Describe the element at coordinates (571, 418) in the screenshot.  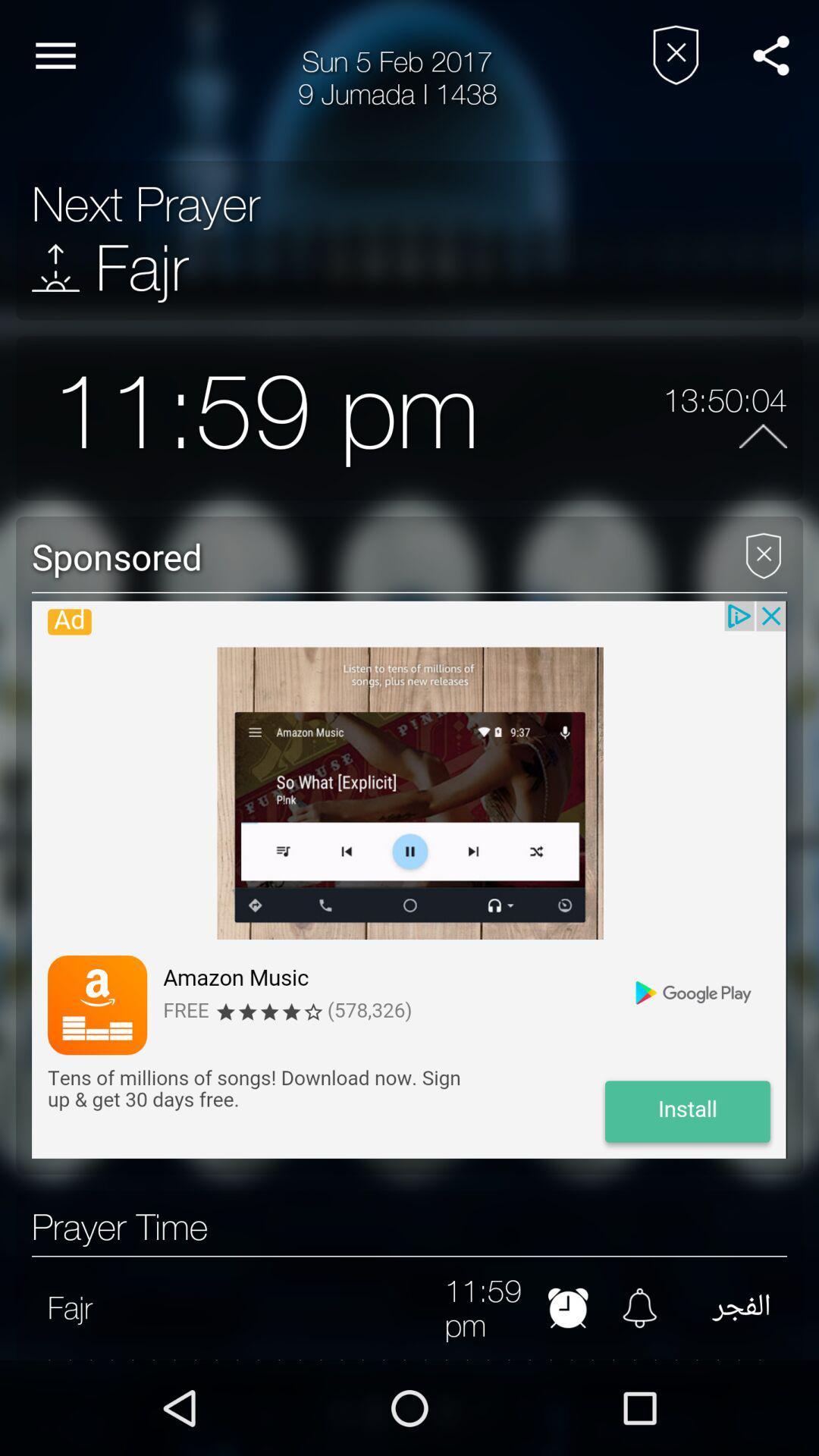
I see `icon to the left of the 13:50:04` at that location.